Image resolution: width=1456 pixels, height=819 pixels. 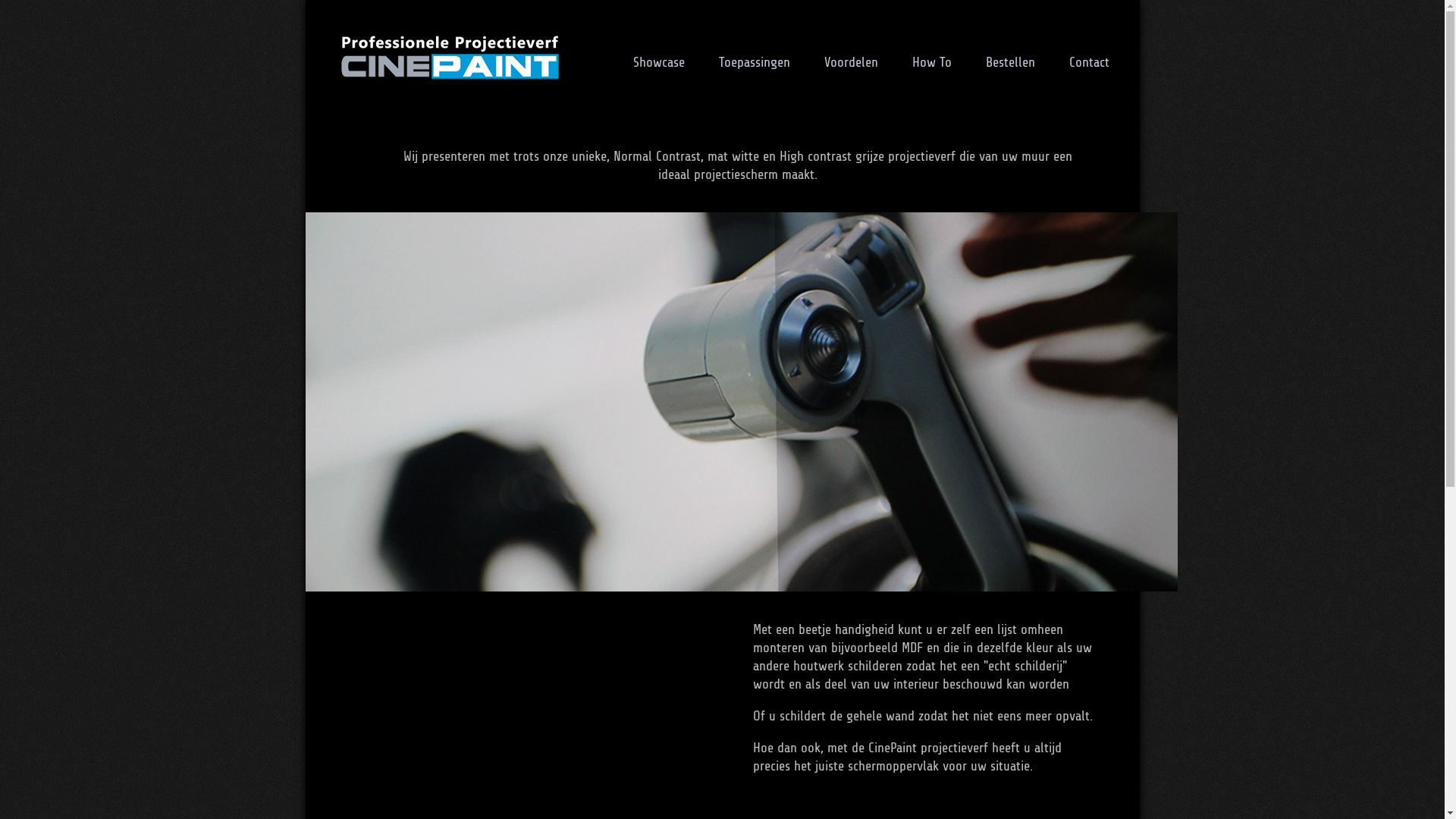 I want to click on 'How To', so click(x=930, y=61).